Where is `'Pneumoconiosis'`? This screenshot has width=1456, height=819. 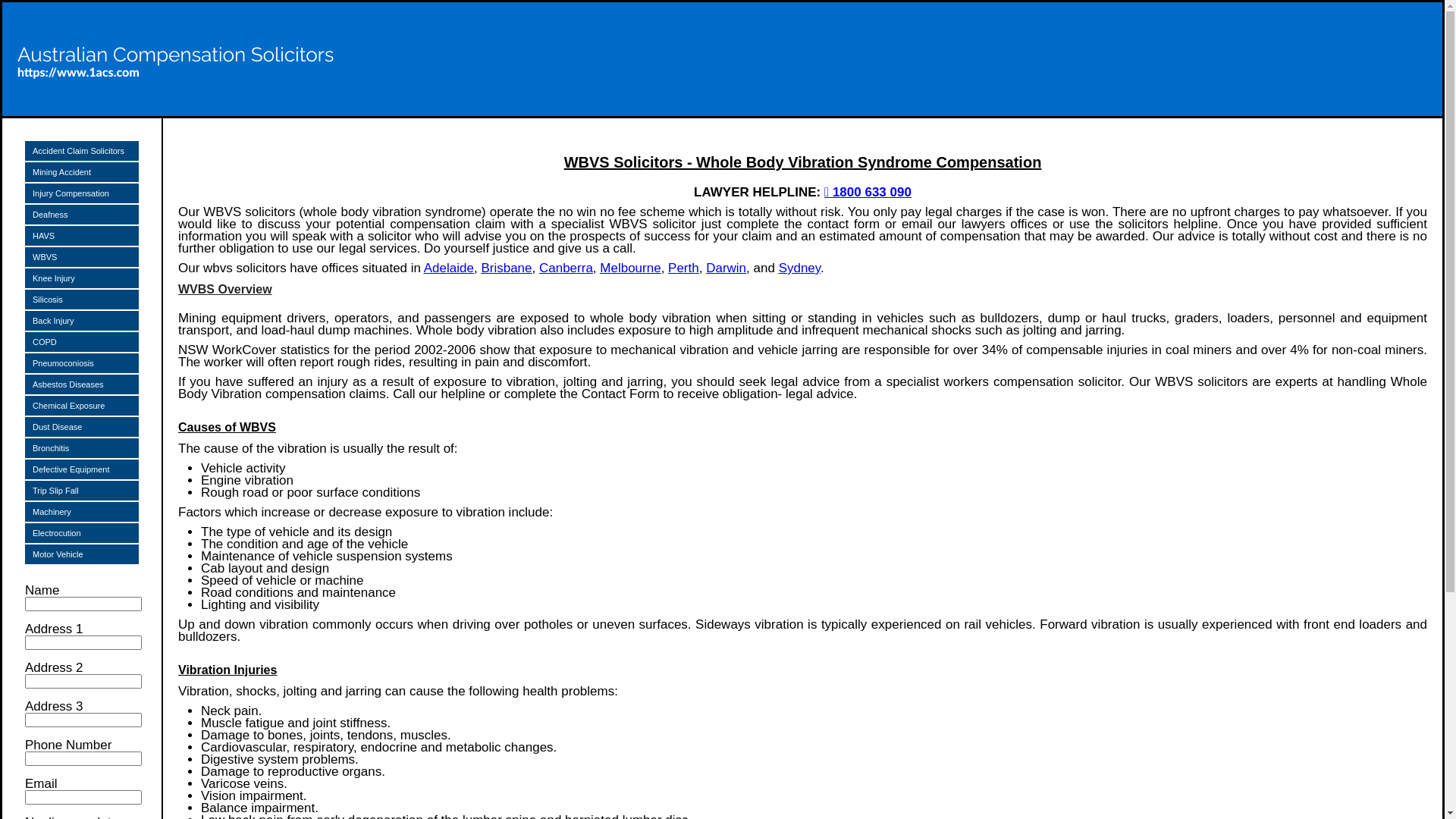
'Pneumoconiosis' is located at coordinates (80, 362).